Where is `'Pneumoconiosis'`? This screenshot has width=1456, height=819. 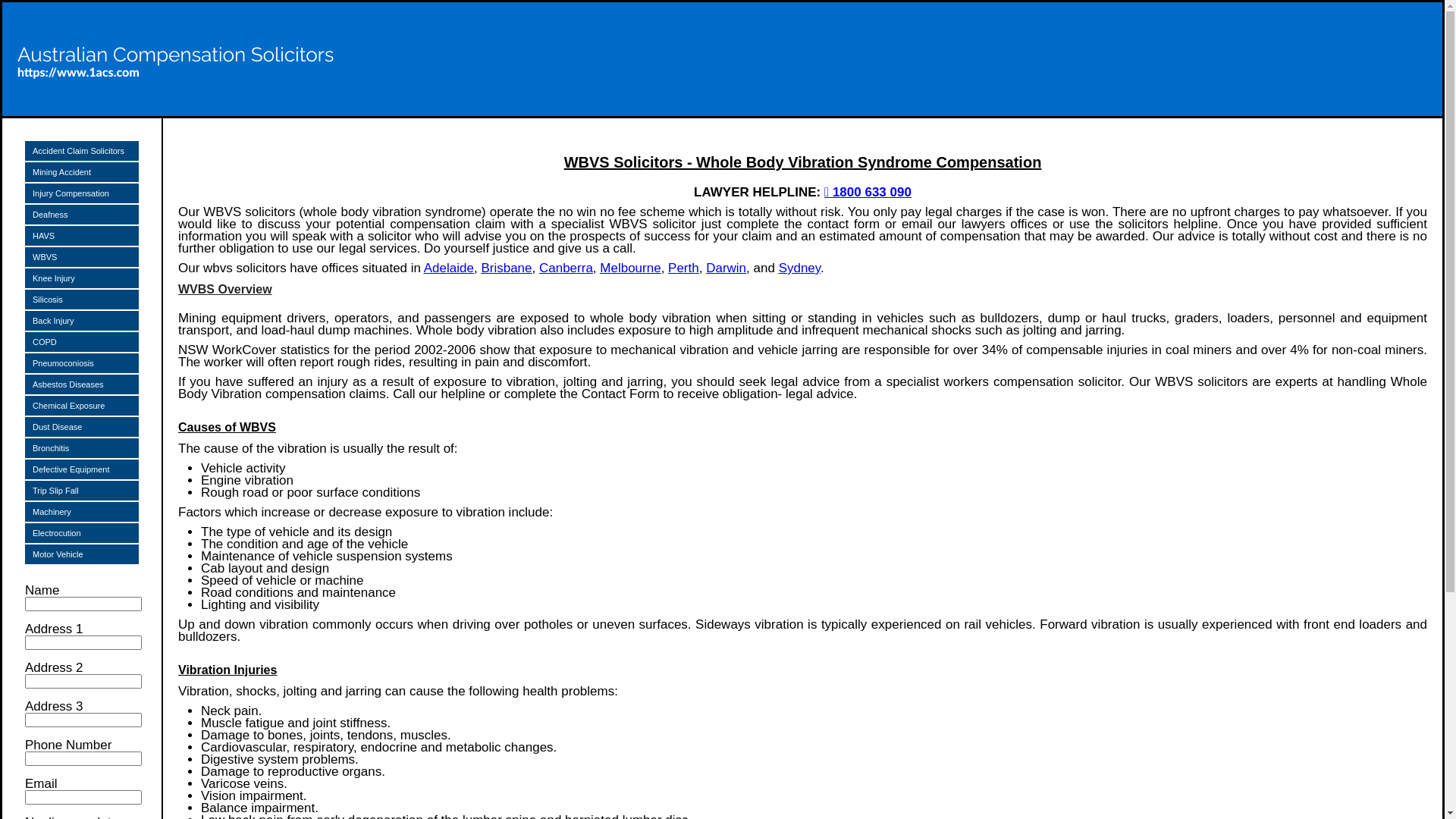
'Pneumoconiosis' is located at coordinates (80, 362).